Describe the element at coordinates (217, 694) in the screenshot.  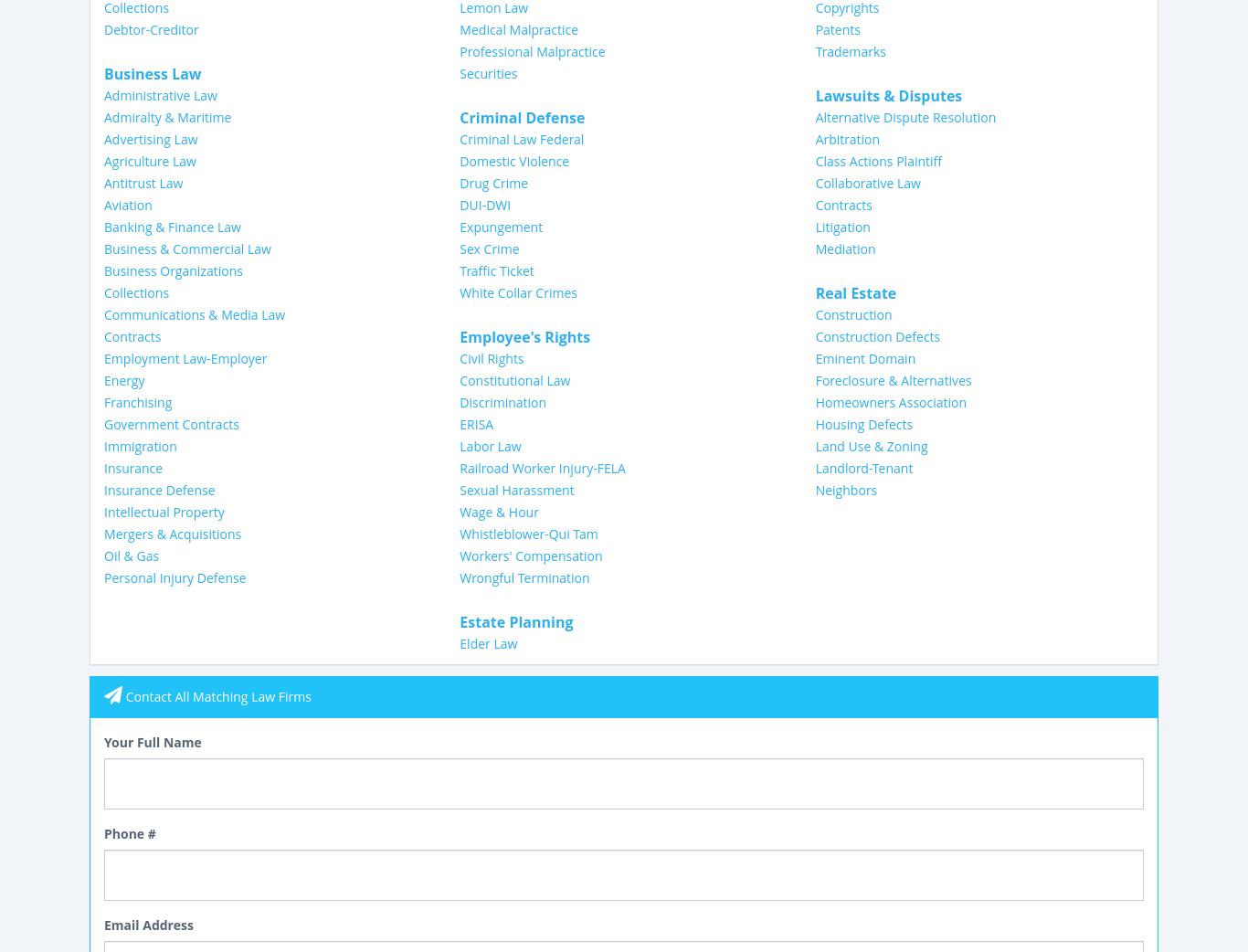
I see `'Contact All Matching Law Firms'` at that location.